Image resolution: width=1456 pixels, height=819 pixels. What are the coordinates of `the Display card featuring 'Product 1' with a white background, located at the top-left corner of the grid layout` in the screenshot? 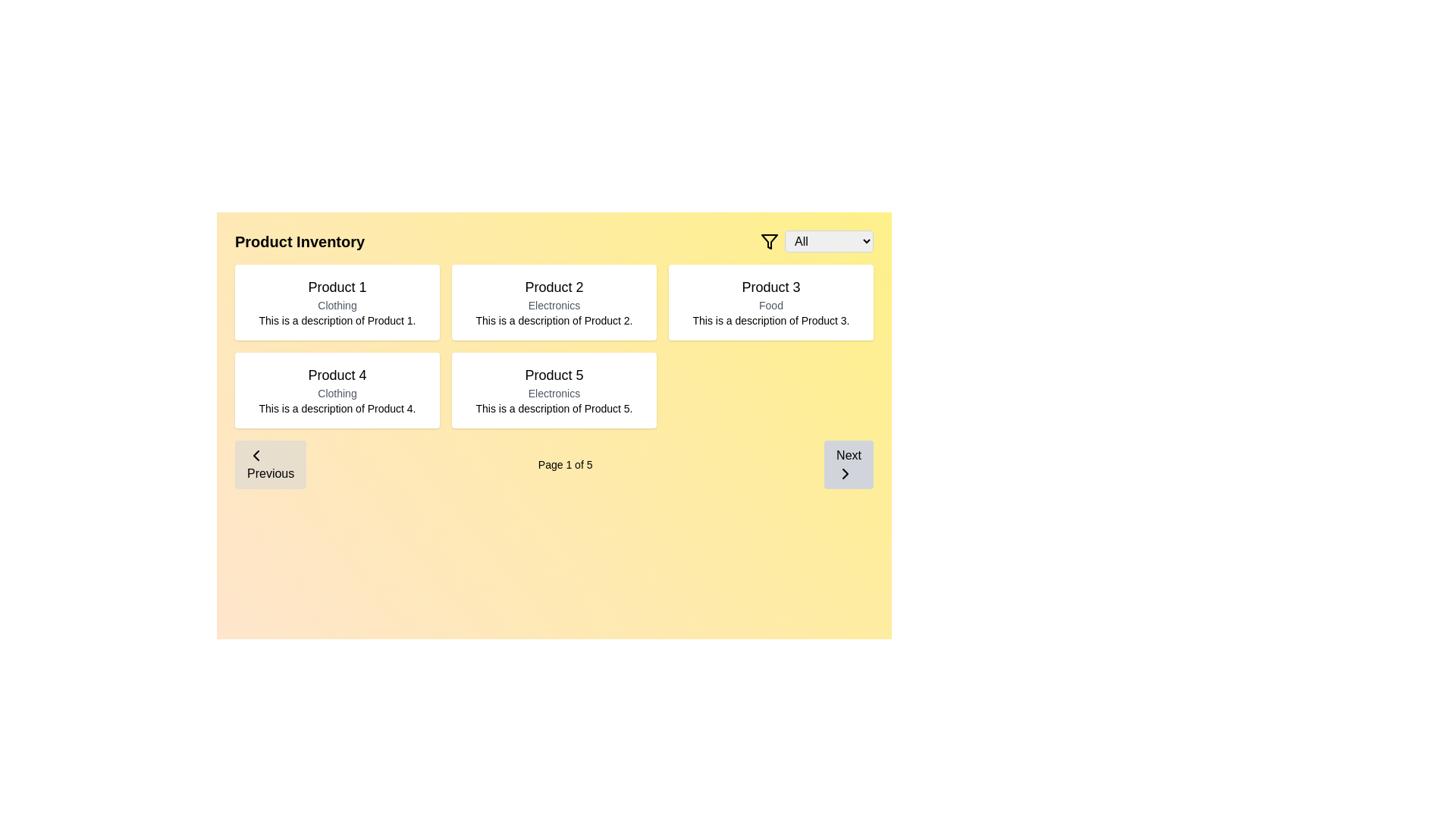 It's located at (337, 302).